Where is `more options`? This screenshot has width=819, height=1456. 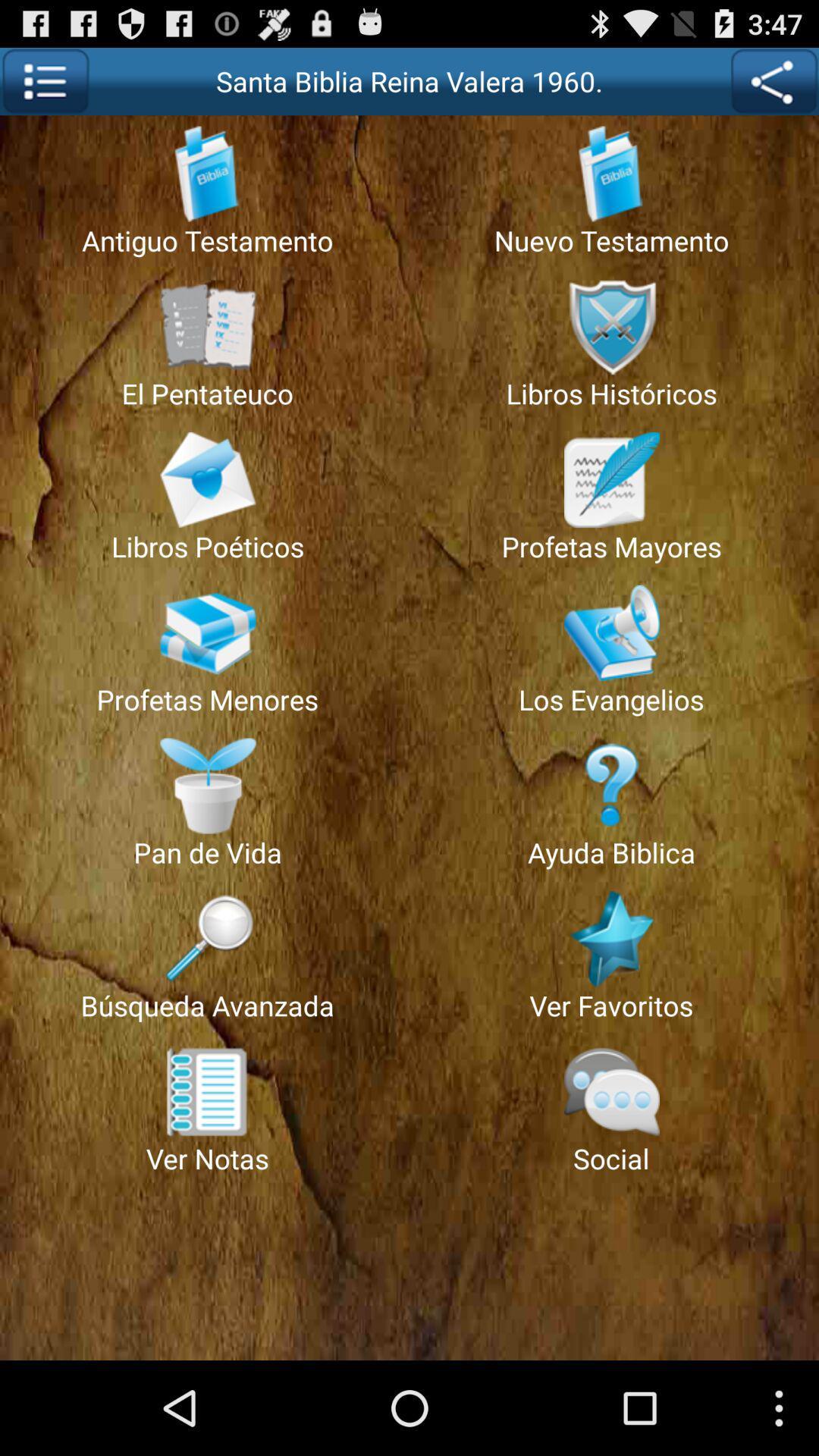 more options is located at coordinates (44, 80).